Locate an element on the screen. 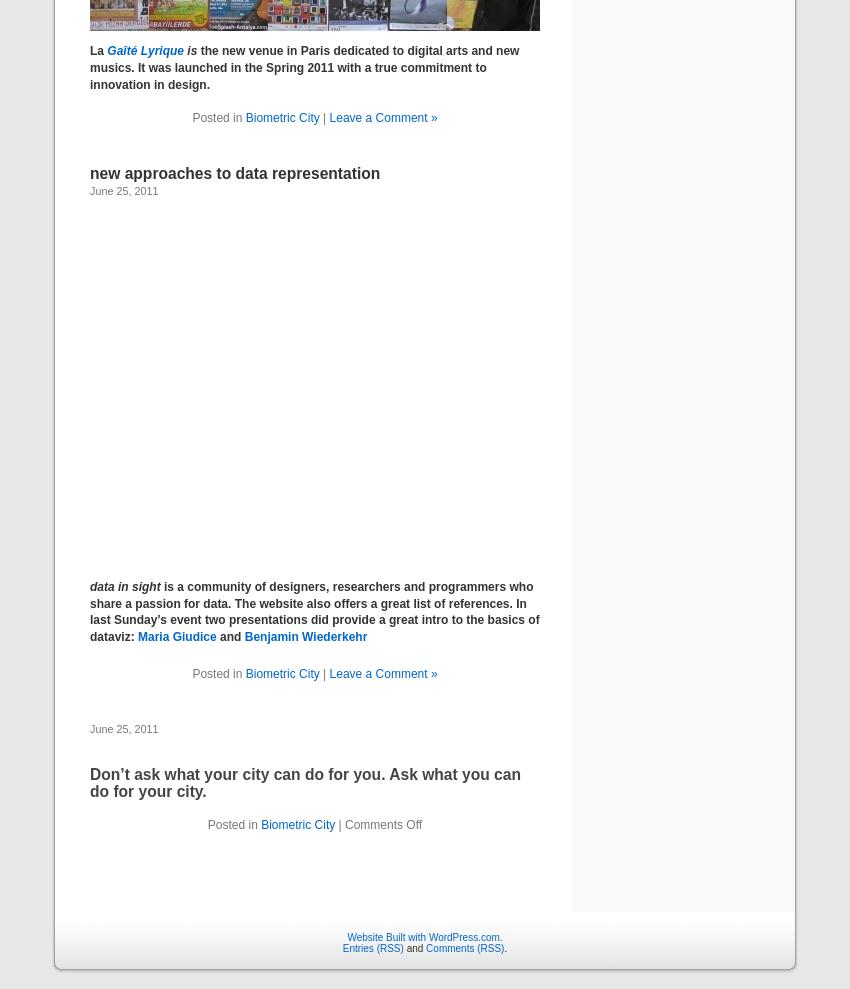 This screenshot has width=850, height=989. 'Comments Off' is located at coordinates (382, 823).